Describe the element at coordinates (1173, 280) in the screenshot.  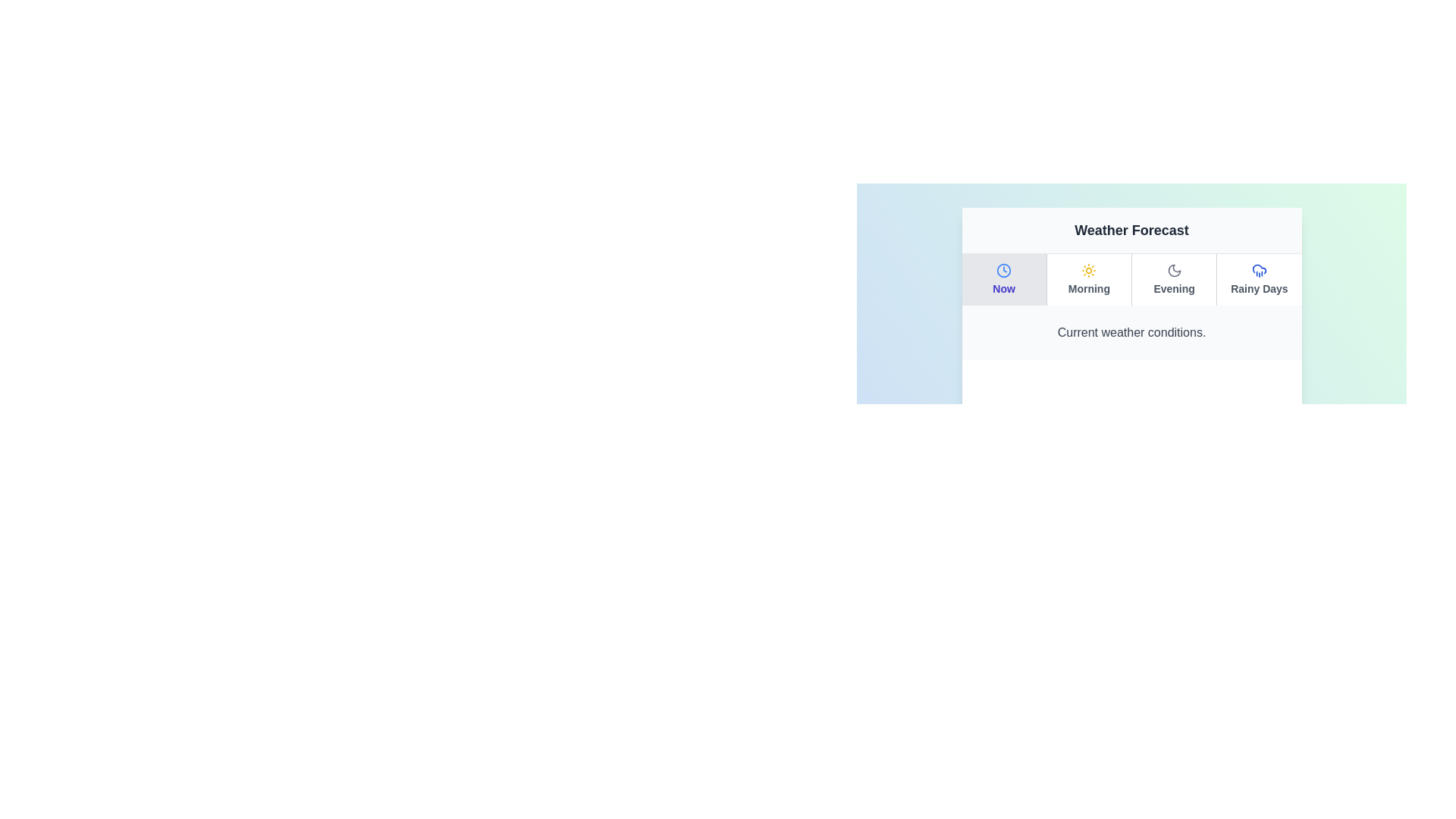
I see `the 'Evening' button in the 'Weather Forecast' section` at that location.